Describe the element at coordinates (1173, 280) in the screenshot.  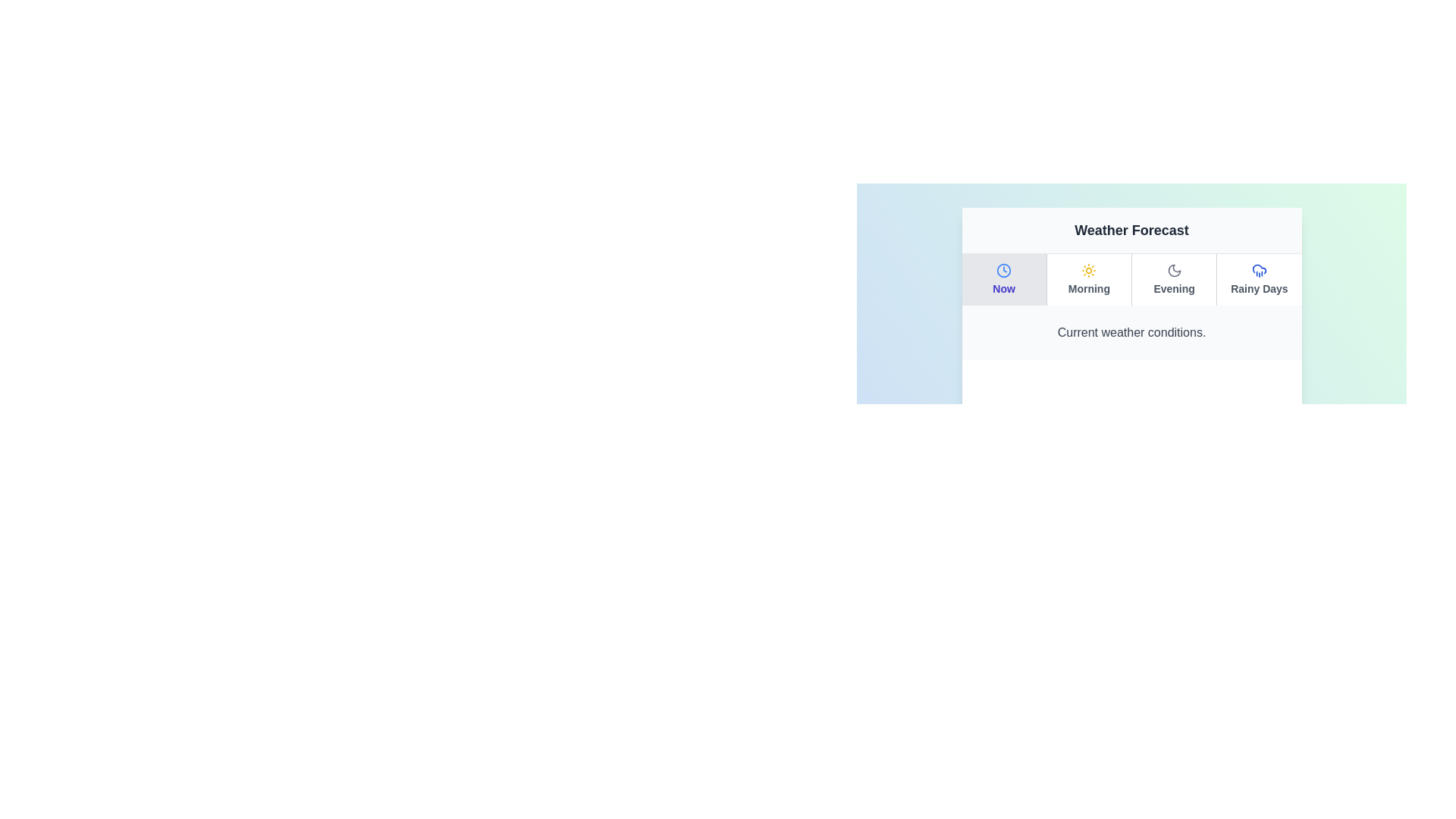
I see `the 'Evening' button in the 'Weather Forecast' section` at that location.